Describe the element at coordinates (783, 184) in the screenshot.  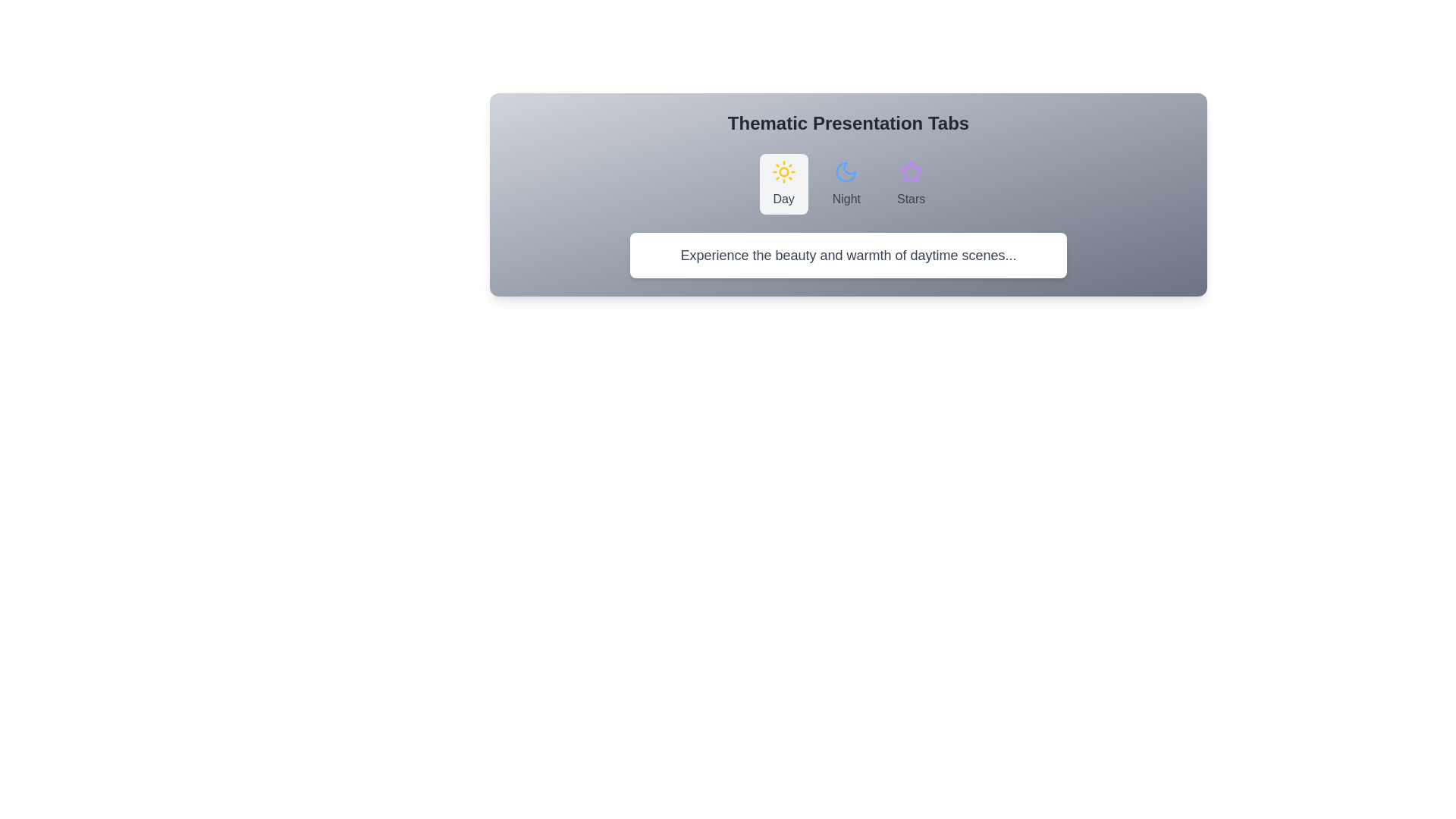
I see `the tab labeled Day` at that location.